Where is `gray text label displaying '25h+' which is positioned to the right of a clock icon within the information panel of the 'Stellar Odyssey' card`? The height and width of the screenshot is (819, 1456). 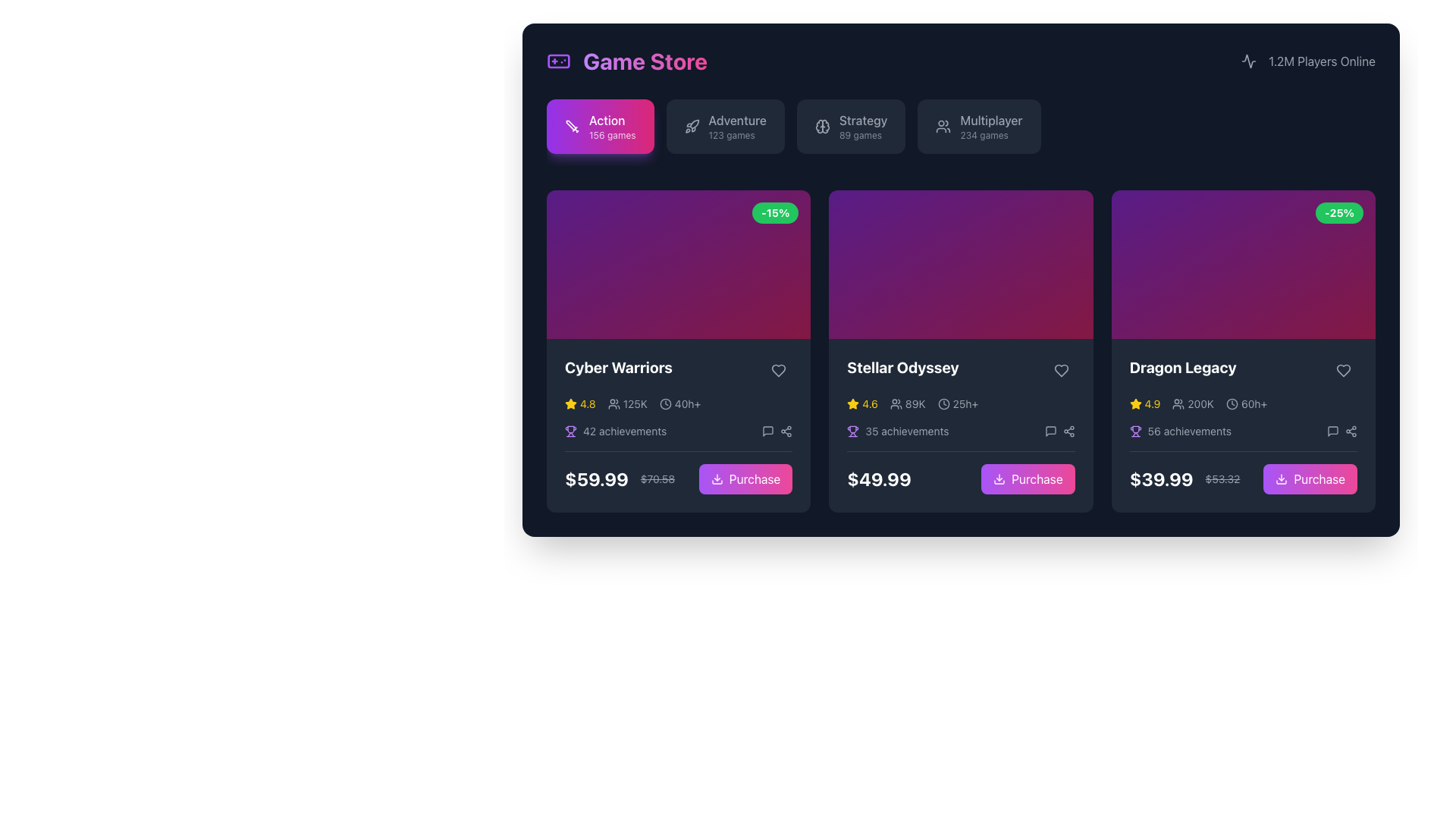 gray text label displaying '25h+' which is positioned to the right of a clock icon within the information panel of the 'Stellar Odyssey' card is located at coordinates (965, 403).